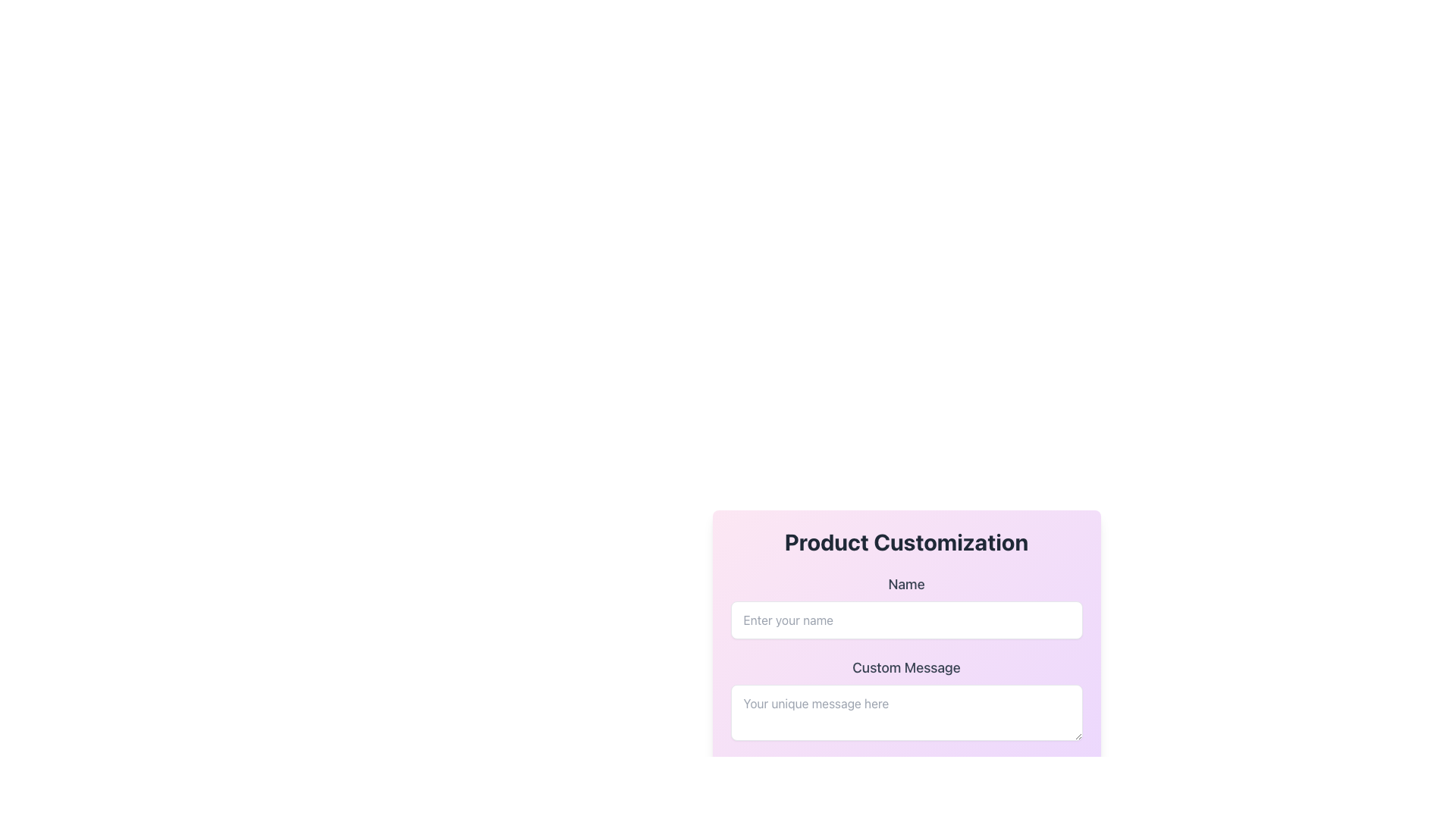 The height and width of the screenshot is (819, 1456). What do you see at coordinates (906, 667) in the screenshot?
I see `the text label that reads 'Custom Message', which is styled with a large font size, medium weight, and gray color, located directly above the textarea with the placeholder 'Your unique message here'` at bounding box center [906, 667].